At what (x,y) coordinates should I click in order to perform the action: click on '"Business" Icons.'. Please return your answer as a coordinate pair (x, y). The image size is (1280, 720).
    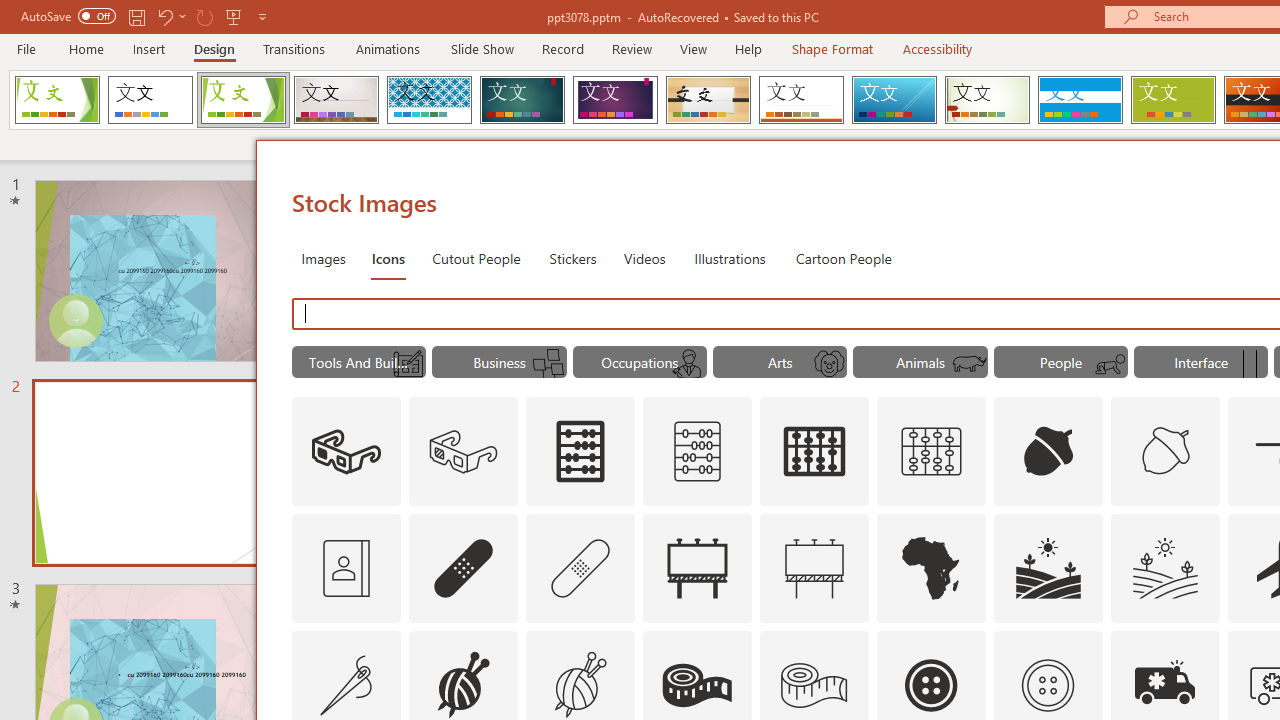
    Looking at the image, I should click on (499, 362).